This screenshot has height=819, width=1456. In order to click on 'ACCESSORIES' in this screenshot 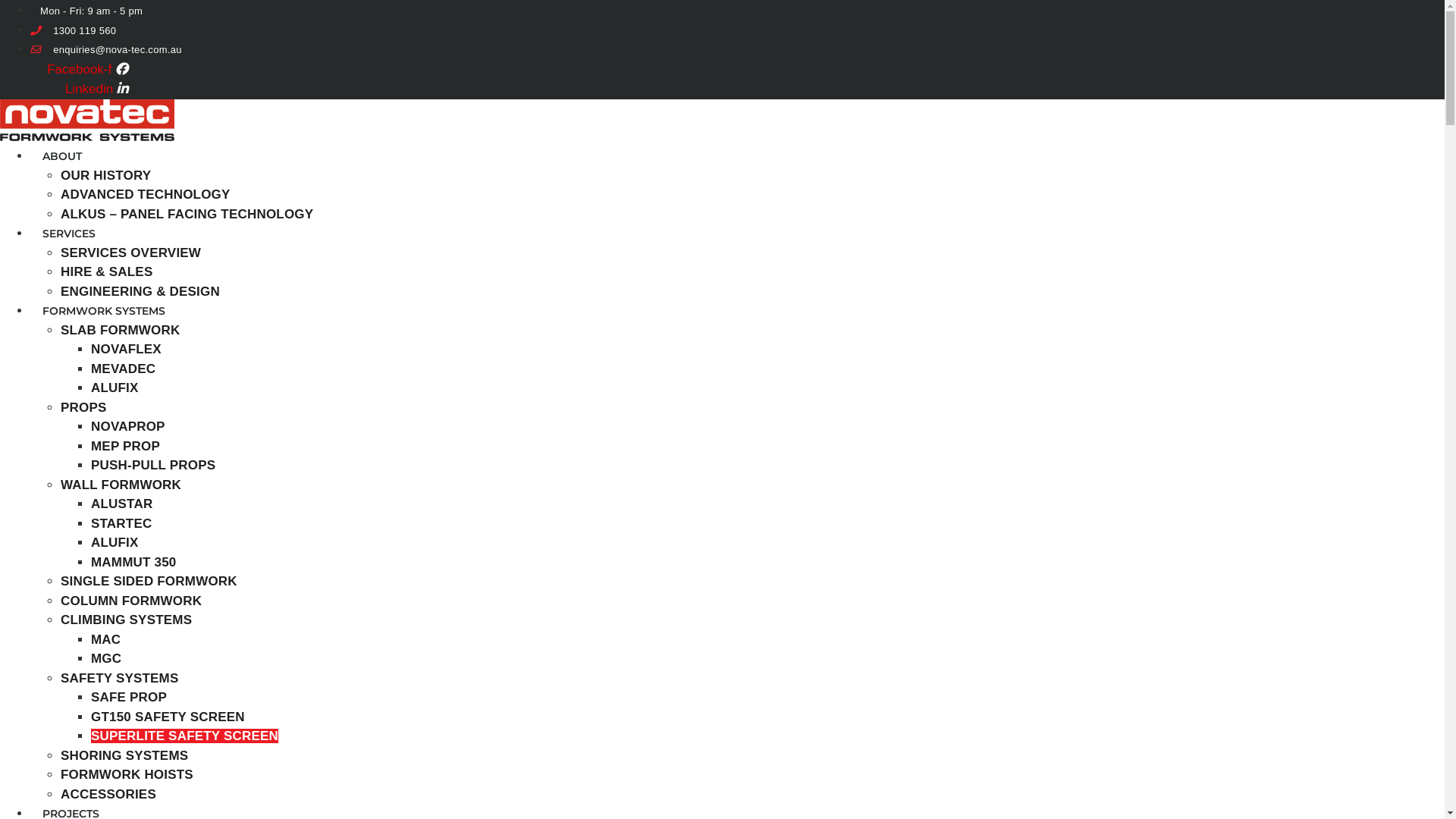, I will do `click(108, 793)`.